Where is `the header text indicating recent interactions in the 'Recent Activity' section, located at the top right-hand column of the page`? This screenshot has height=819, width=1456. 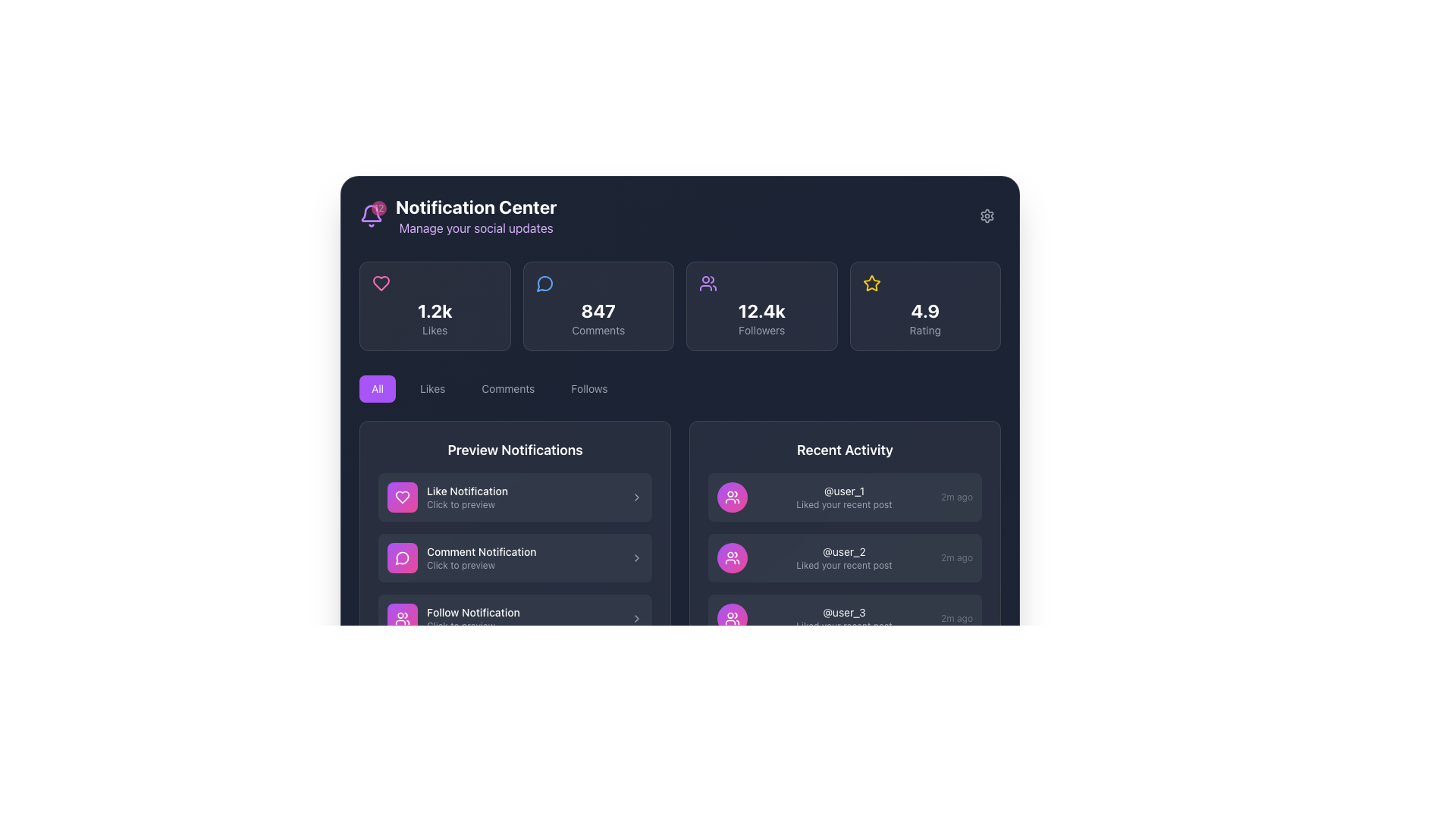 the header text indicating recent interactions in the 'Recent Activity' section, located at the top right-hand column of the page is located at coordinates (844, 450).